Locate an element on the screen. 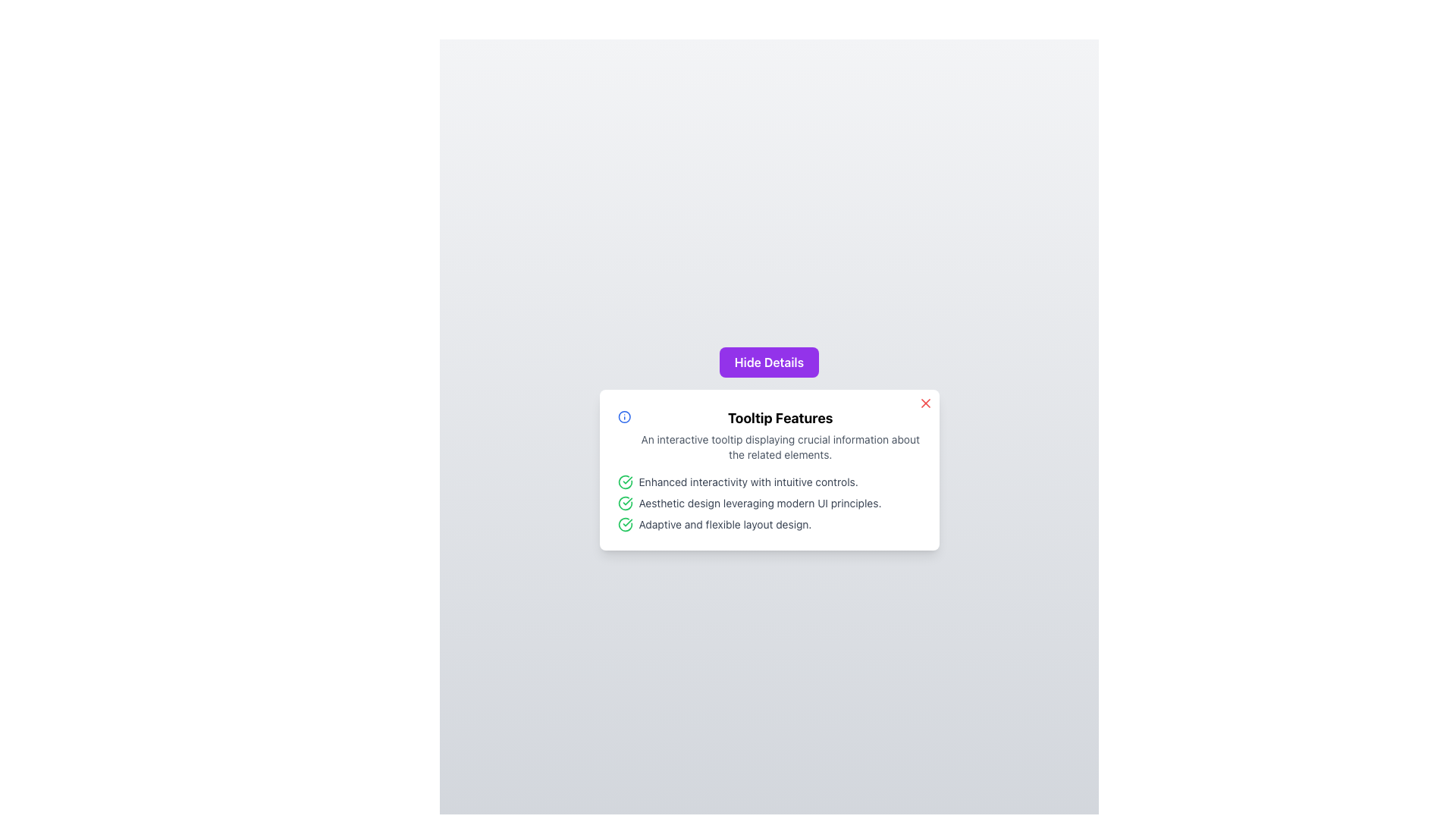  text of the UI element containing a green checkmark icon and the label 'Enhanced interactivity with intuitive controls.' located in the middle section of the 'Tooltip Features' popup is located at coordinates (769, 482).